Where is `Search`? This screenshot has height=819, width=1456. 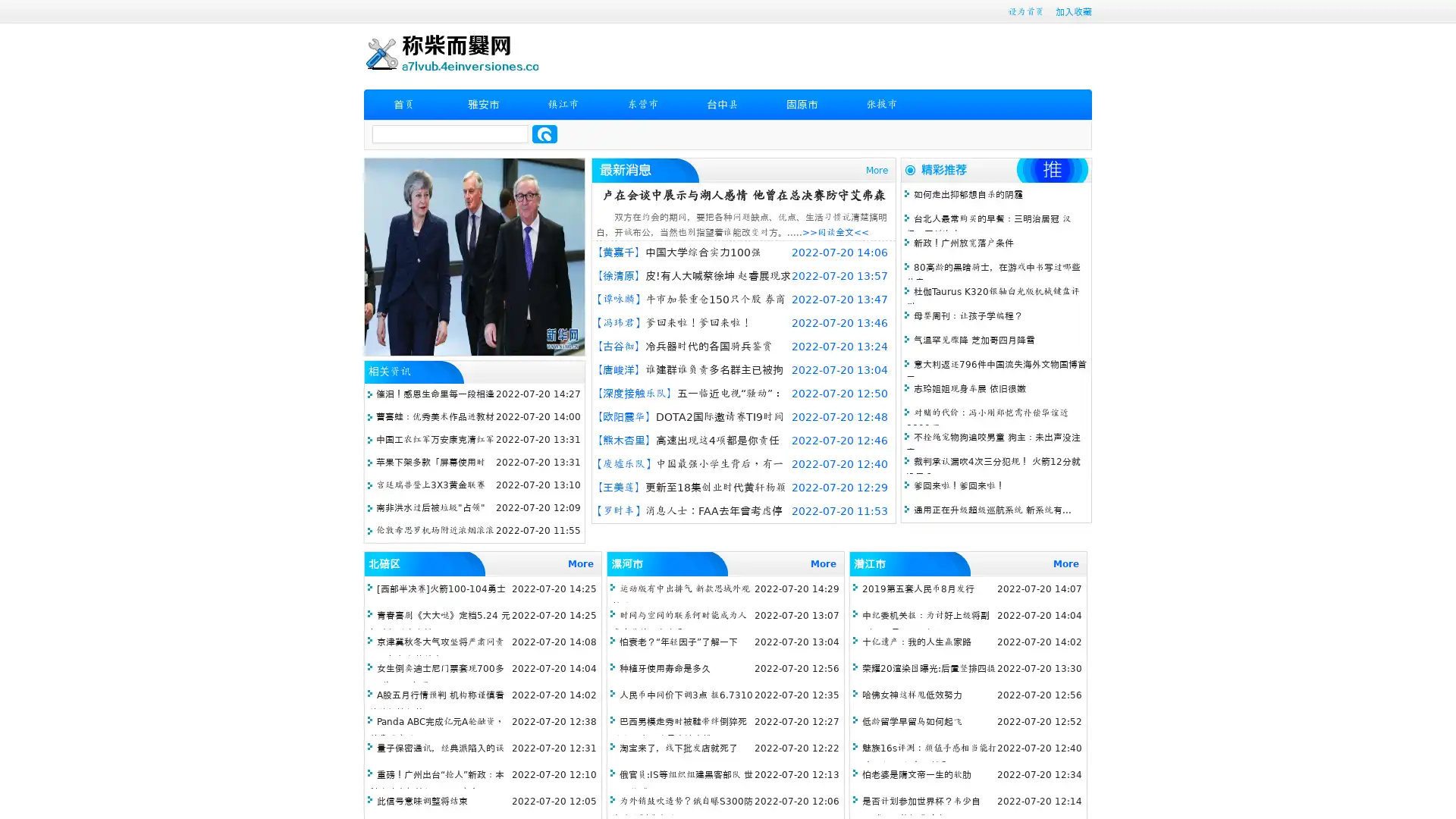
Search is located at coordinates (544, 133).